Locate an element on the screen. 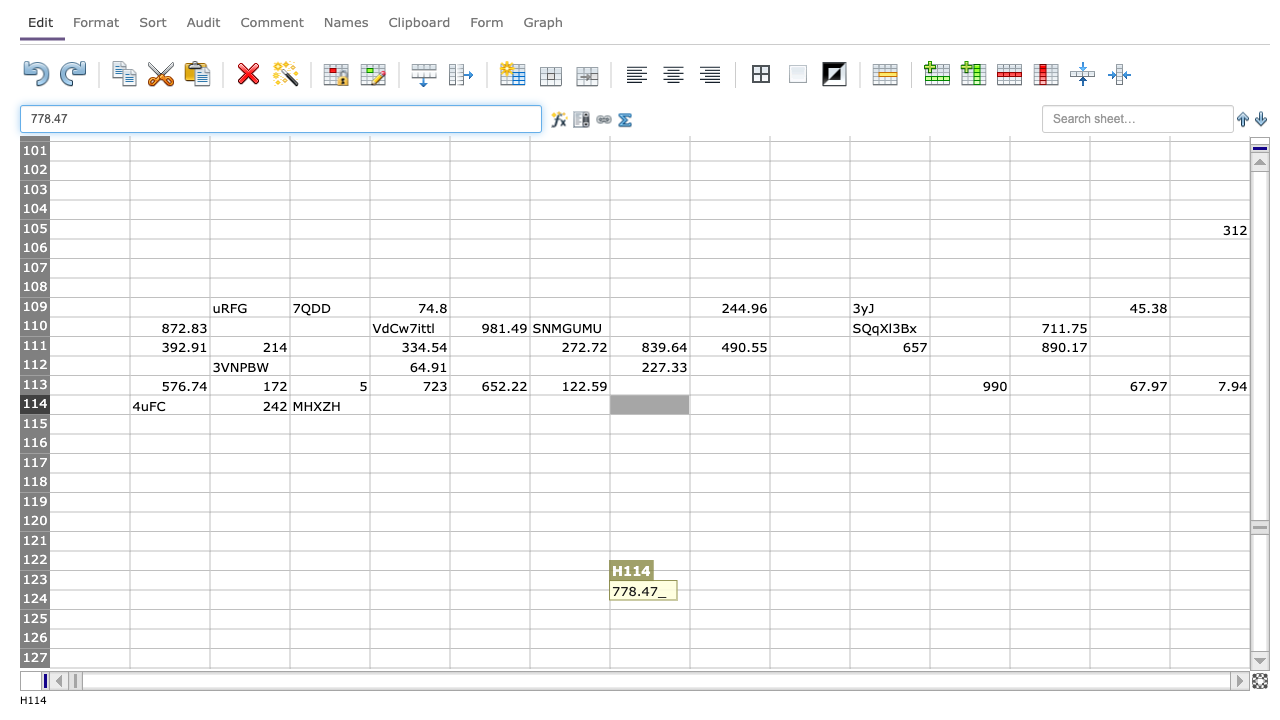 This screenshot has width=1280, height=720. on I124 is located at coordinates (728, 598).